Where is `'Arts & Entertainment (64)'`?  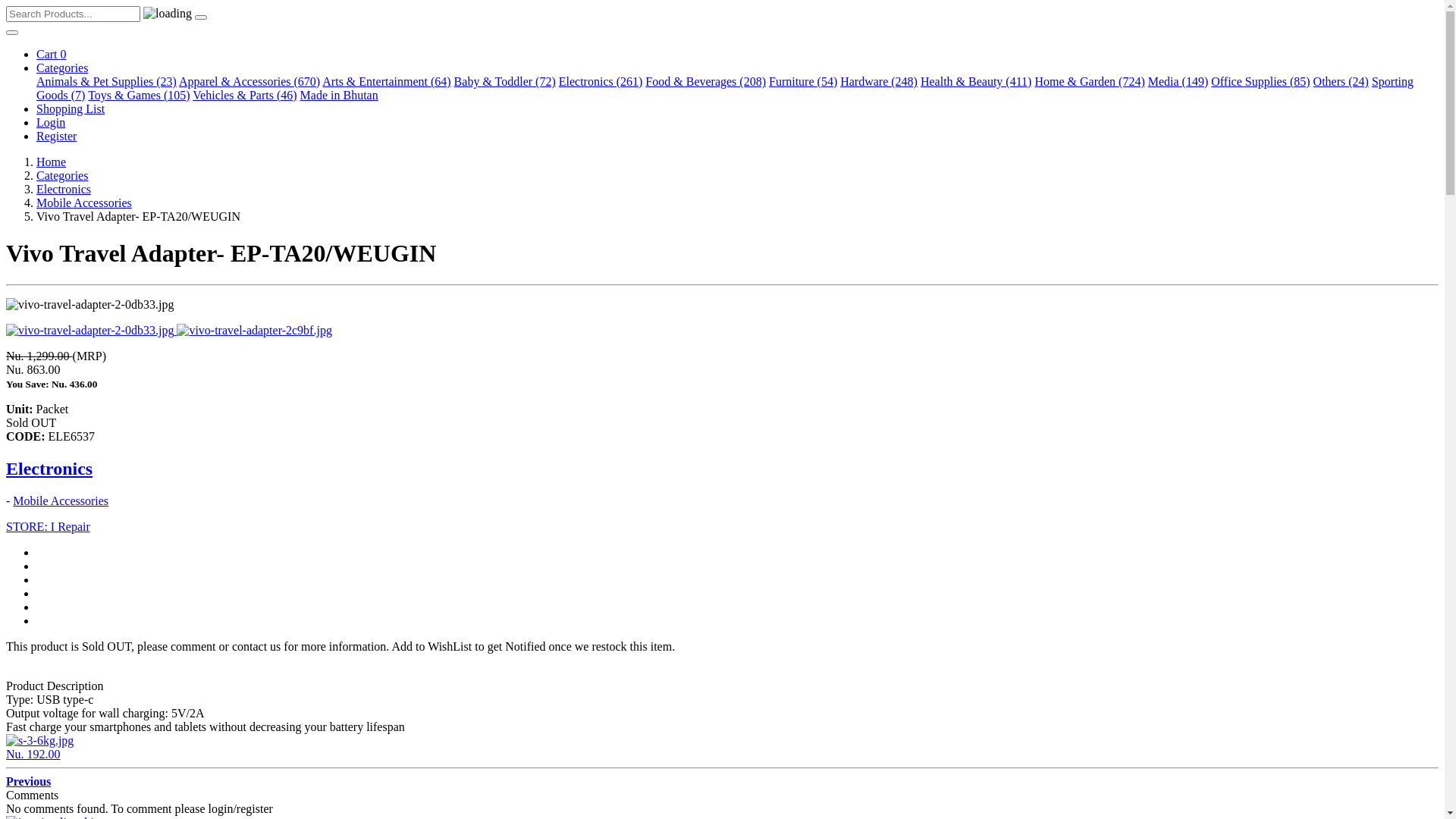 'Arts & Entertainment (64)' is located at coordinates (386, 81).